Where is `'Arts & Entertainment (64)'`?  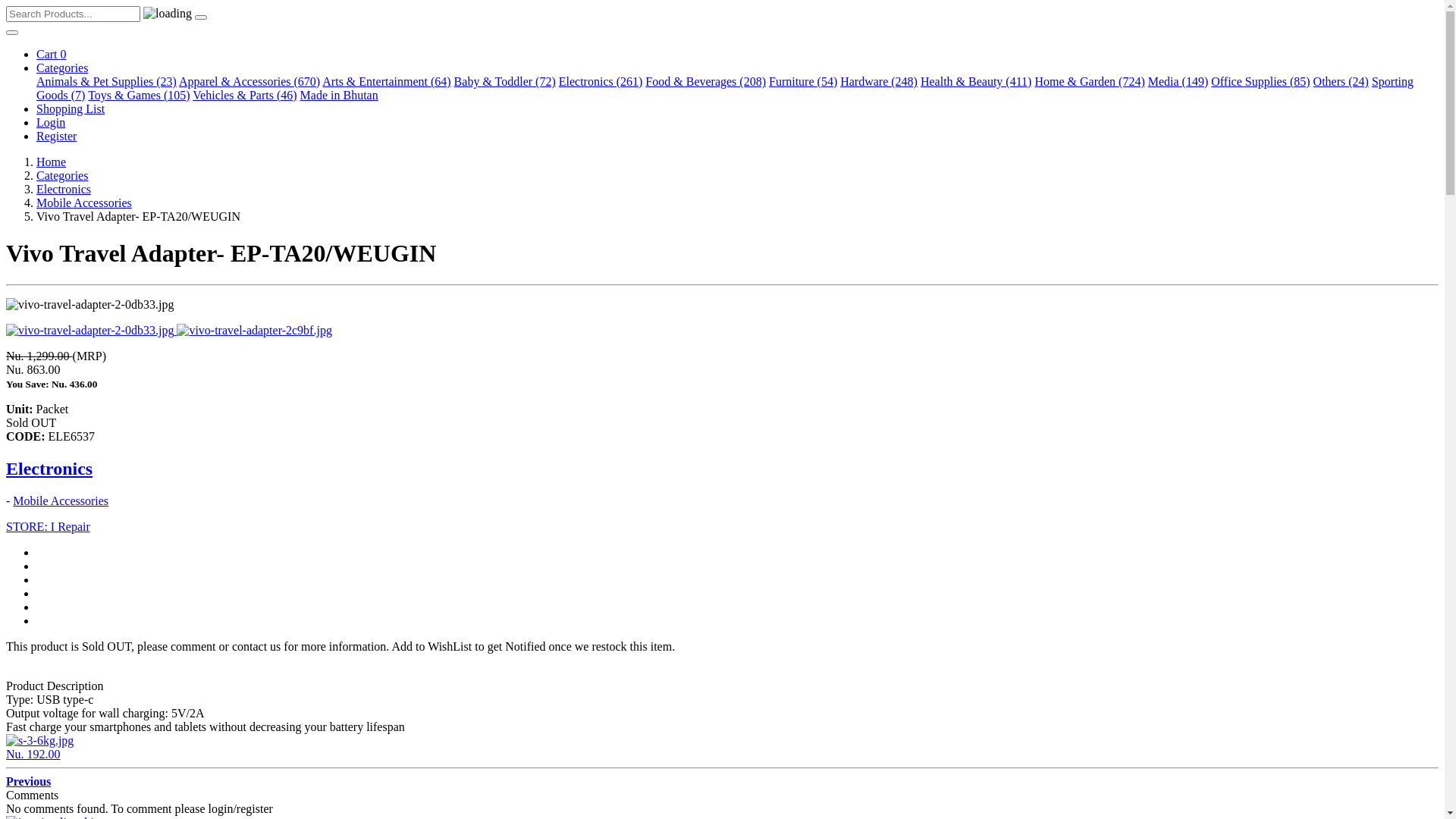 'Arts & Entertainment (64)' is located at coordinates (386, 81).